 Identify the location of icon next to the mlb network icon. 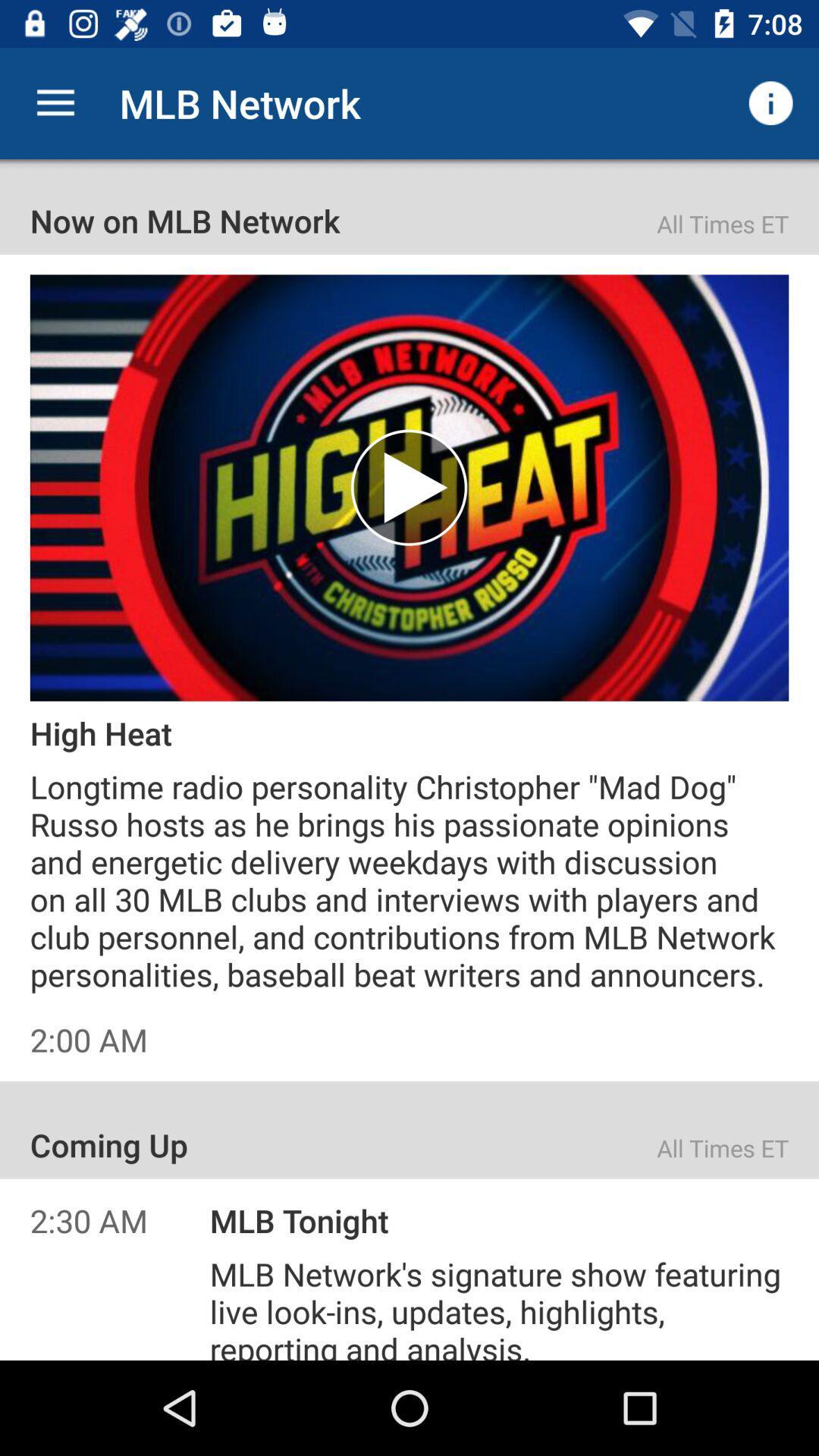
(771, 102).